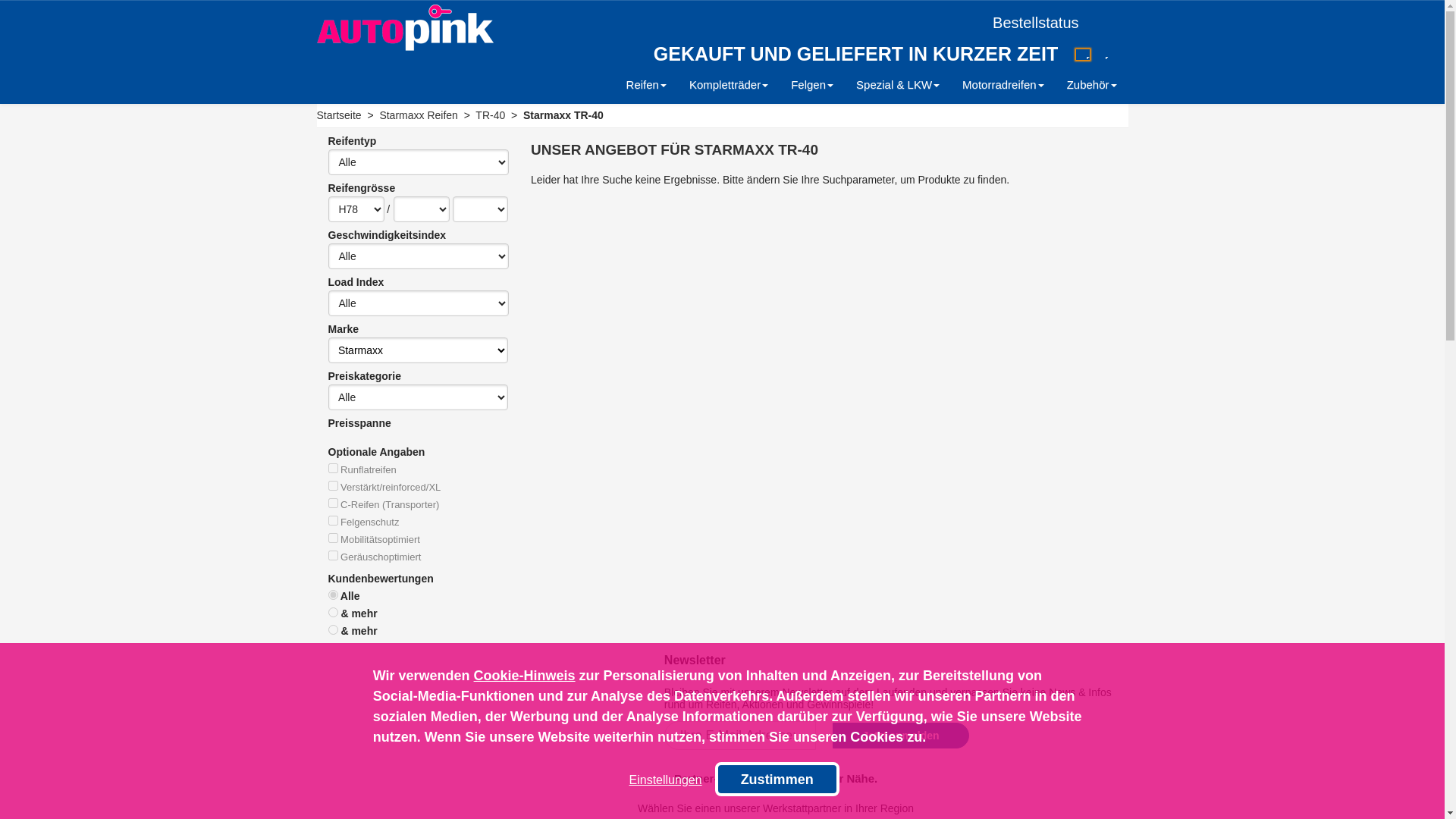  Describe the element at coordinates (1081, 54) in the screenshot. I see `'[DE]'` at that location.